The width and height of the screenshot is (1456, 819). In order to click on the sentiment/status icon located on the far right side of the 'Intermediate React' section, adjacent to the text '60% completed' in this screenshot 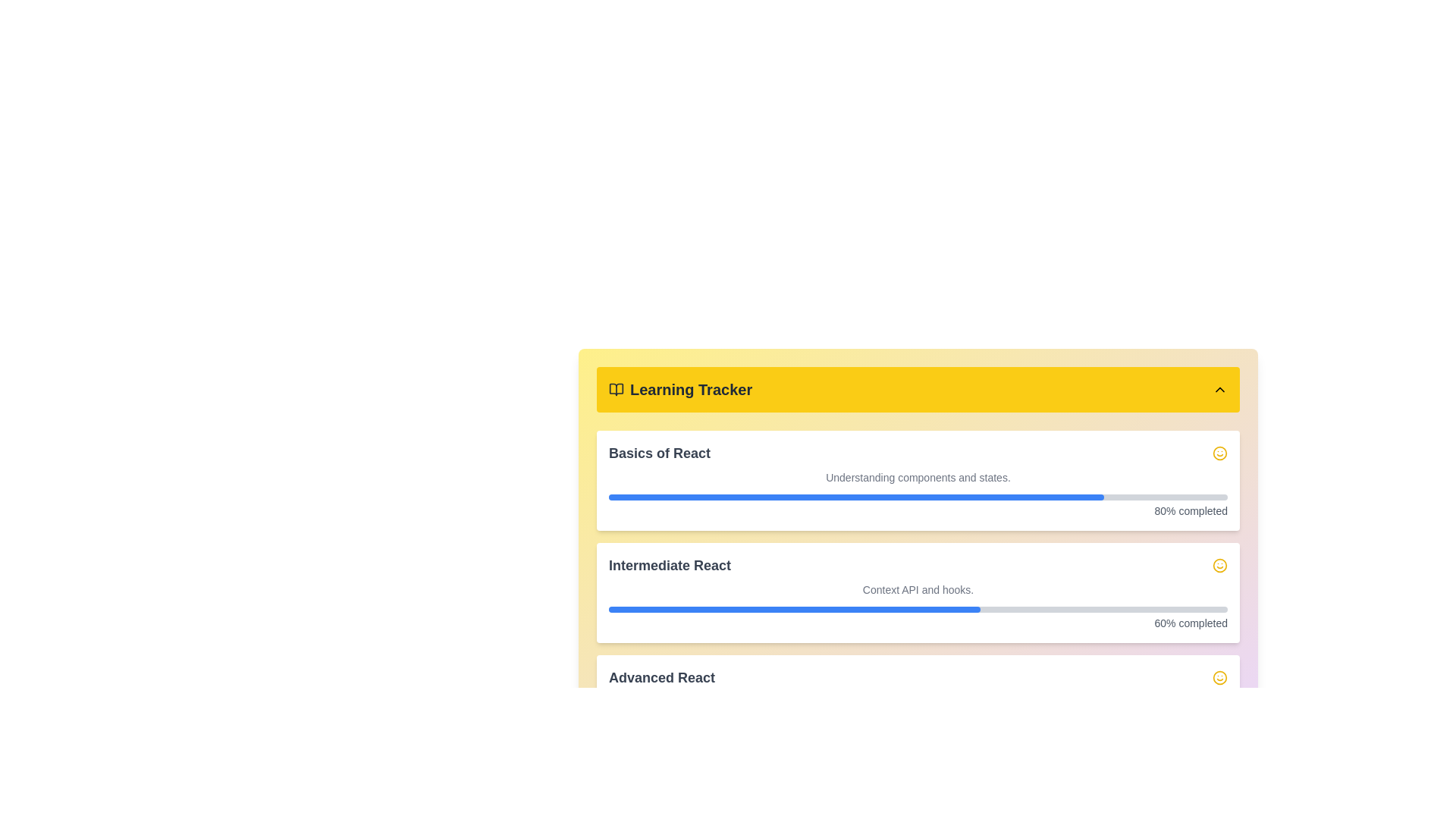, I will do `click(1219, 565)`.